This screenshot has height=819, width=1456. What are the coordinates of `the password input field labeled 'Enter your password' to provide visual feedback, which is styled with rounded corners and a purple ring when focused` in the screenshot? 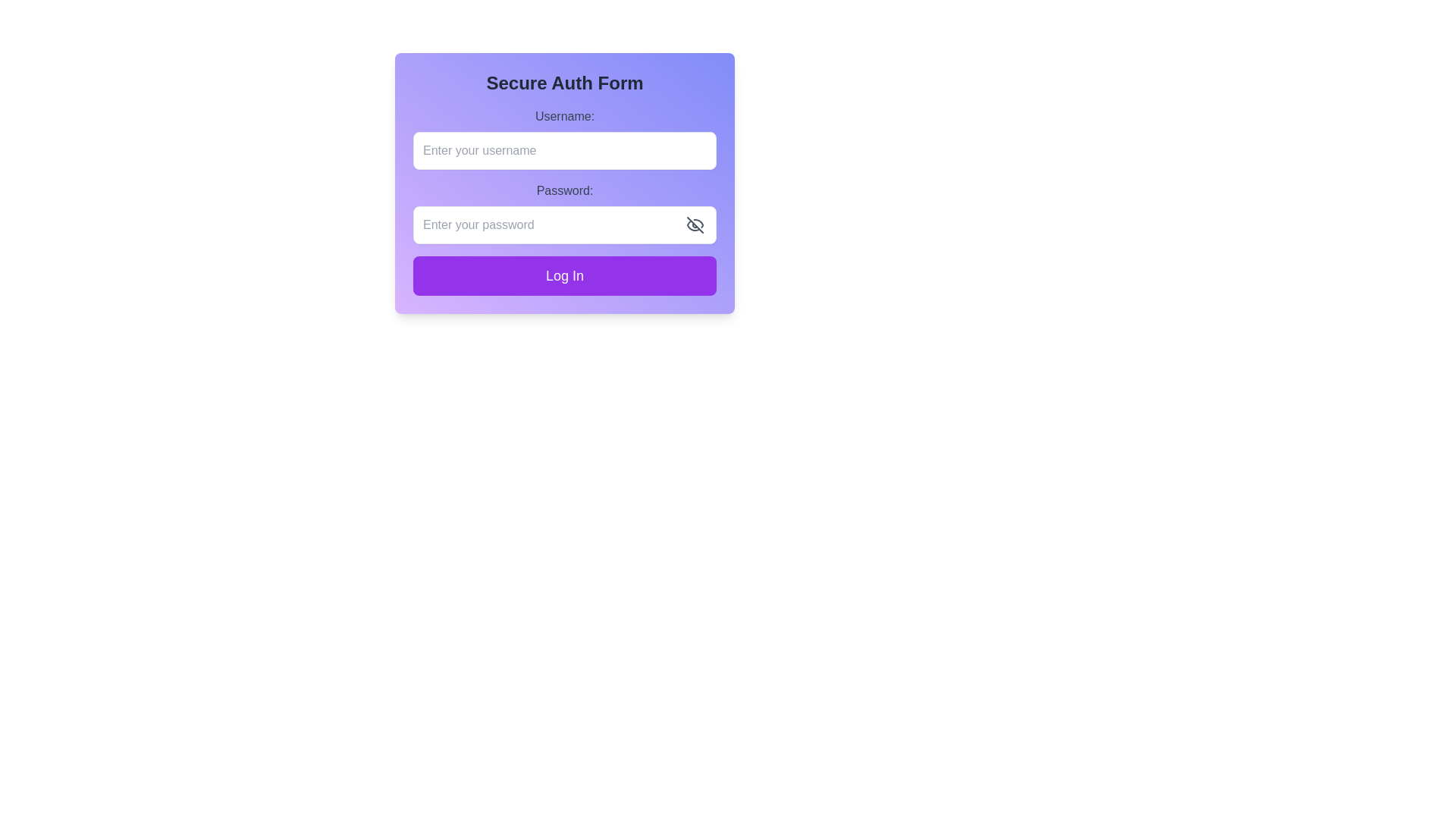 It's located at (563, 225).